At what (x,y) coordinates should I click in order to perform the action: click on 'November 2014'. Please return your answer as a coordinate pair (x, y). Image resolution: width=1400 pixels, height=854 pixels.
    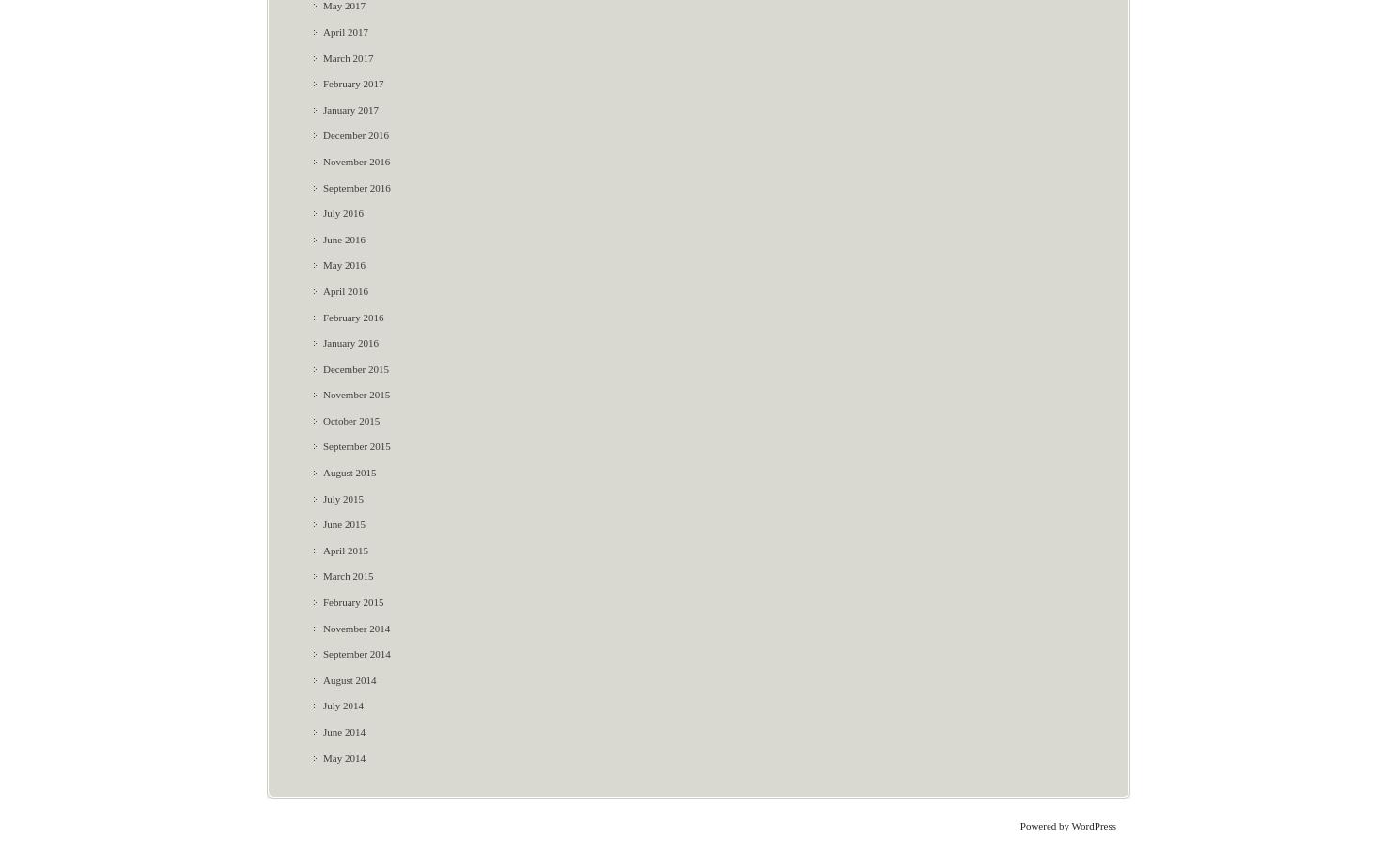
    Looking at the image, I should click on (322, 628).